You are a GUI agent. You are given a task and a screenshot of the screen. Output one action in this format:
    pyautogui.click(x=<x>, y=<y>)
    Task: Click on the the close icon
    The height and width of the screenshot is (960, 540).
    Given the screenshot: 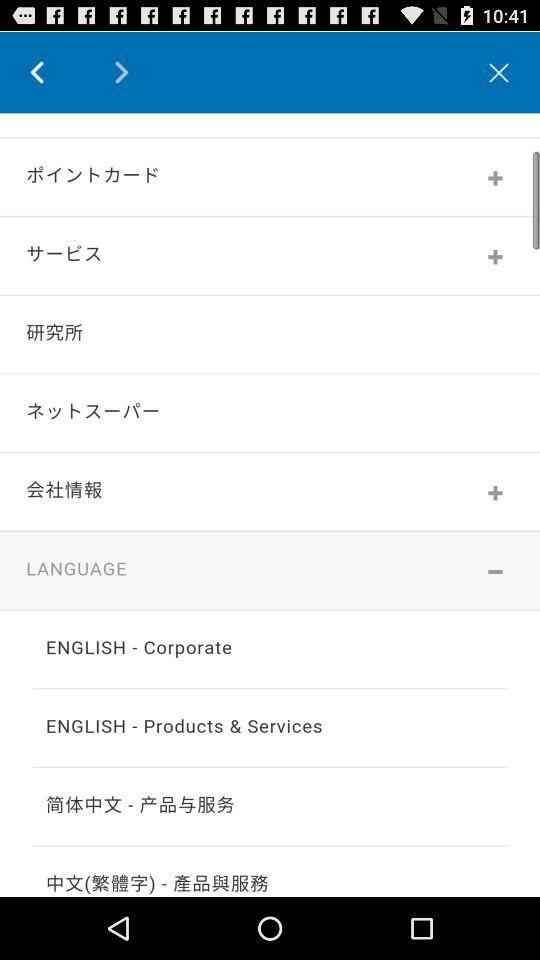 What is the action you would take?
    pyautogui.click(x=498, y=77)
    